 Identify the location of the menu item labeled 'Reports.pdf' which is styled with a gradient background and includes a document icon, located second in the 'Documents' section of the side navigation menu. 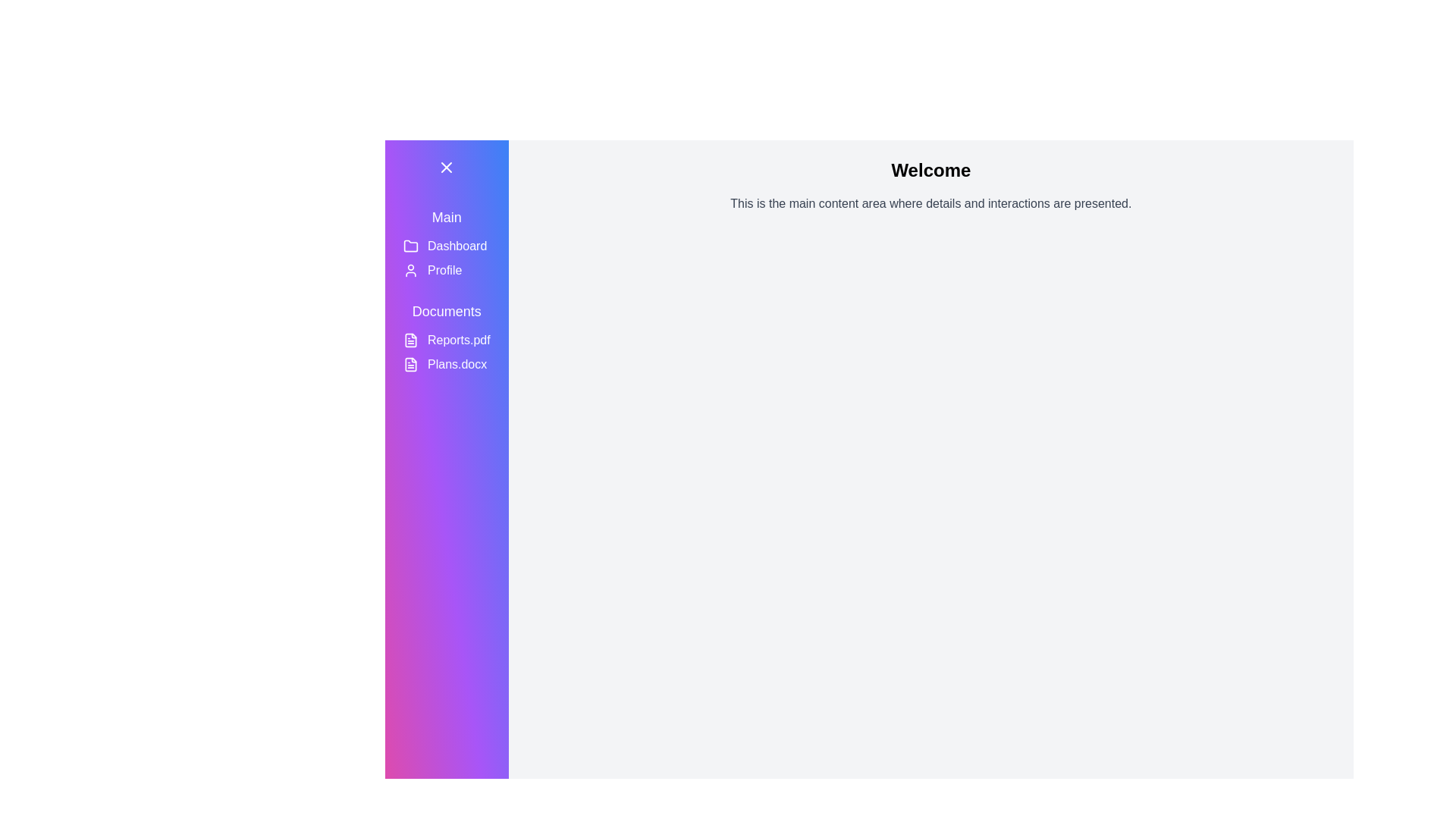
(446, 339).